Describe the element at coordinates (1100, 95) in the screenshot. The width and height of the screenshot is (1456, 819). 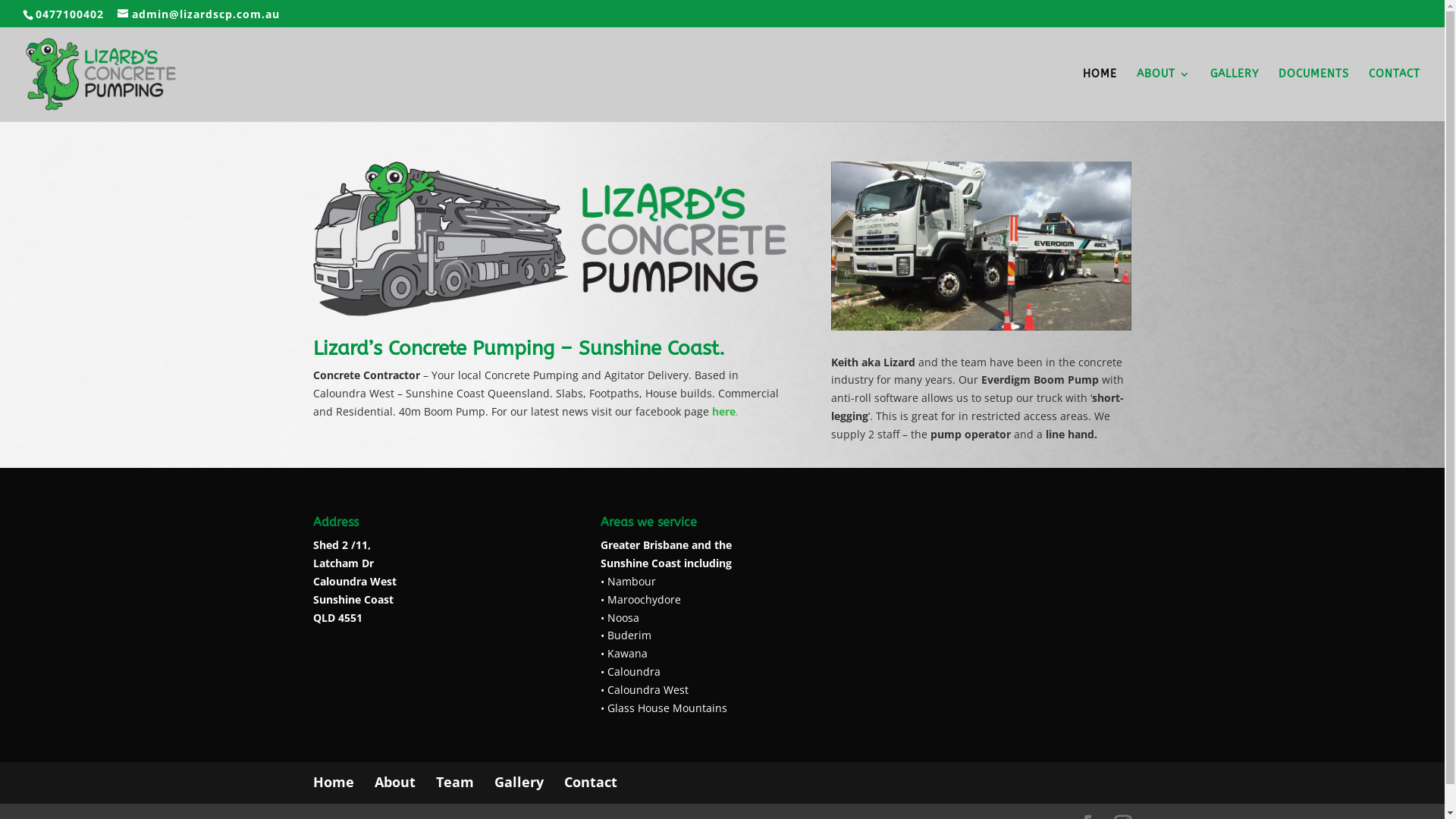
I see `'HOME'` at that location.